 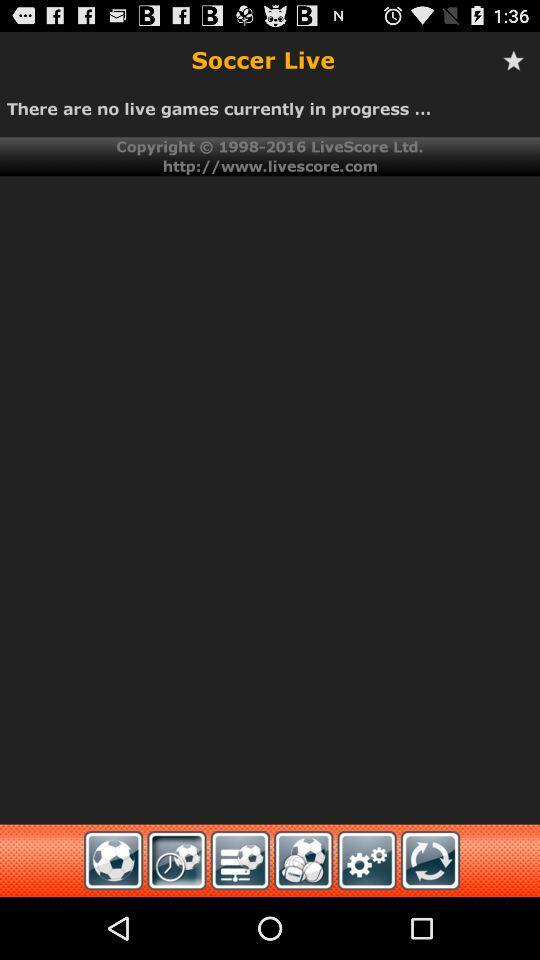 What do you see at coordinates (366, 921) in the screenshot?
I see `the settings icon` at bounding box center [366, 921].